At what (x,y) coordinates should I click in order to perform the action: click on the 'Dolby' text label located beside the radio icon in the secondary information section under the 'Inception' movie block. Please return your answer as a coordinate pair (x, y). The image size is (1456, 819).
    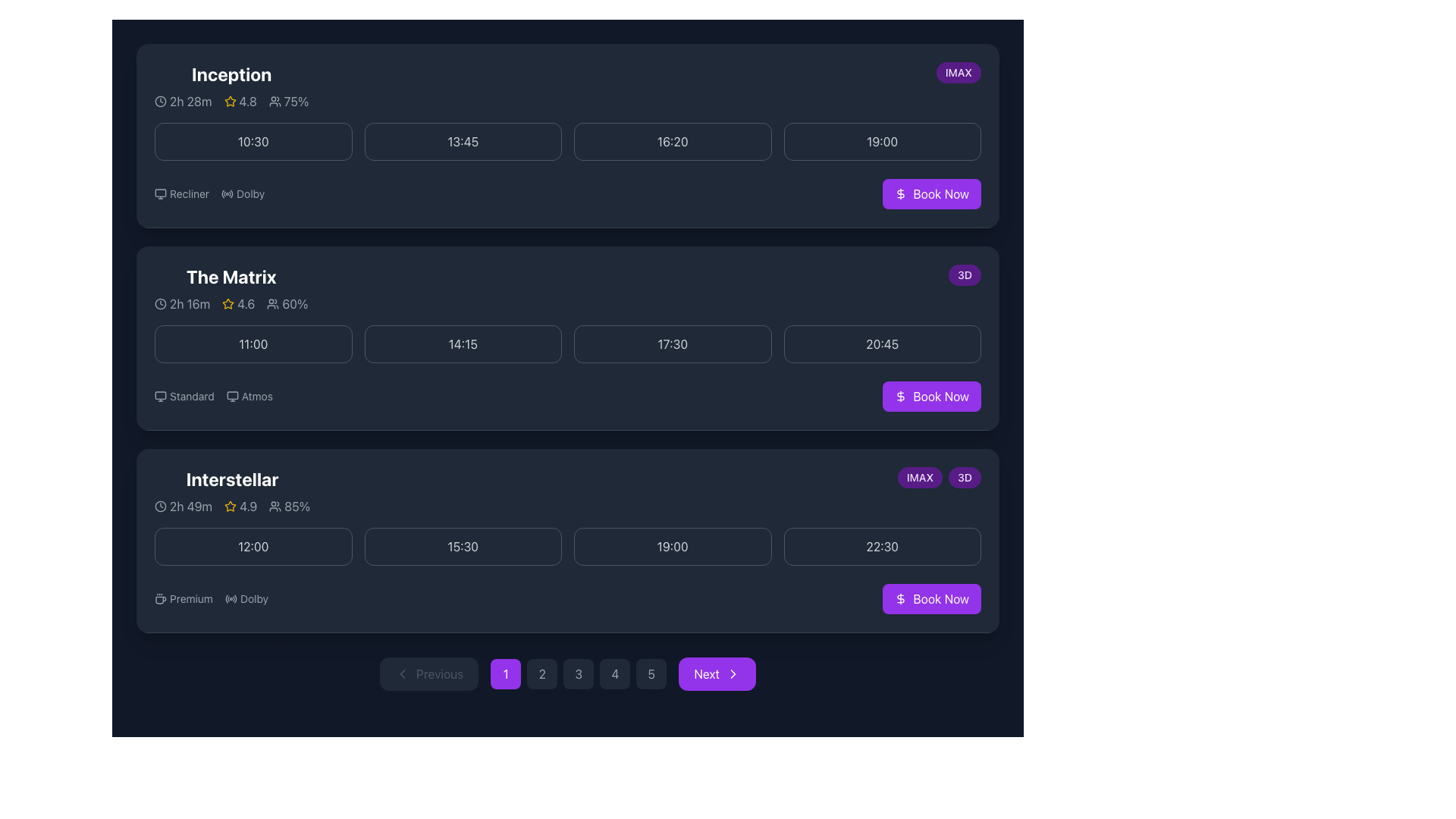
    Looking at the image, I should click on (250, 193).